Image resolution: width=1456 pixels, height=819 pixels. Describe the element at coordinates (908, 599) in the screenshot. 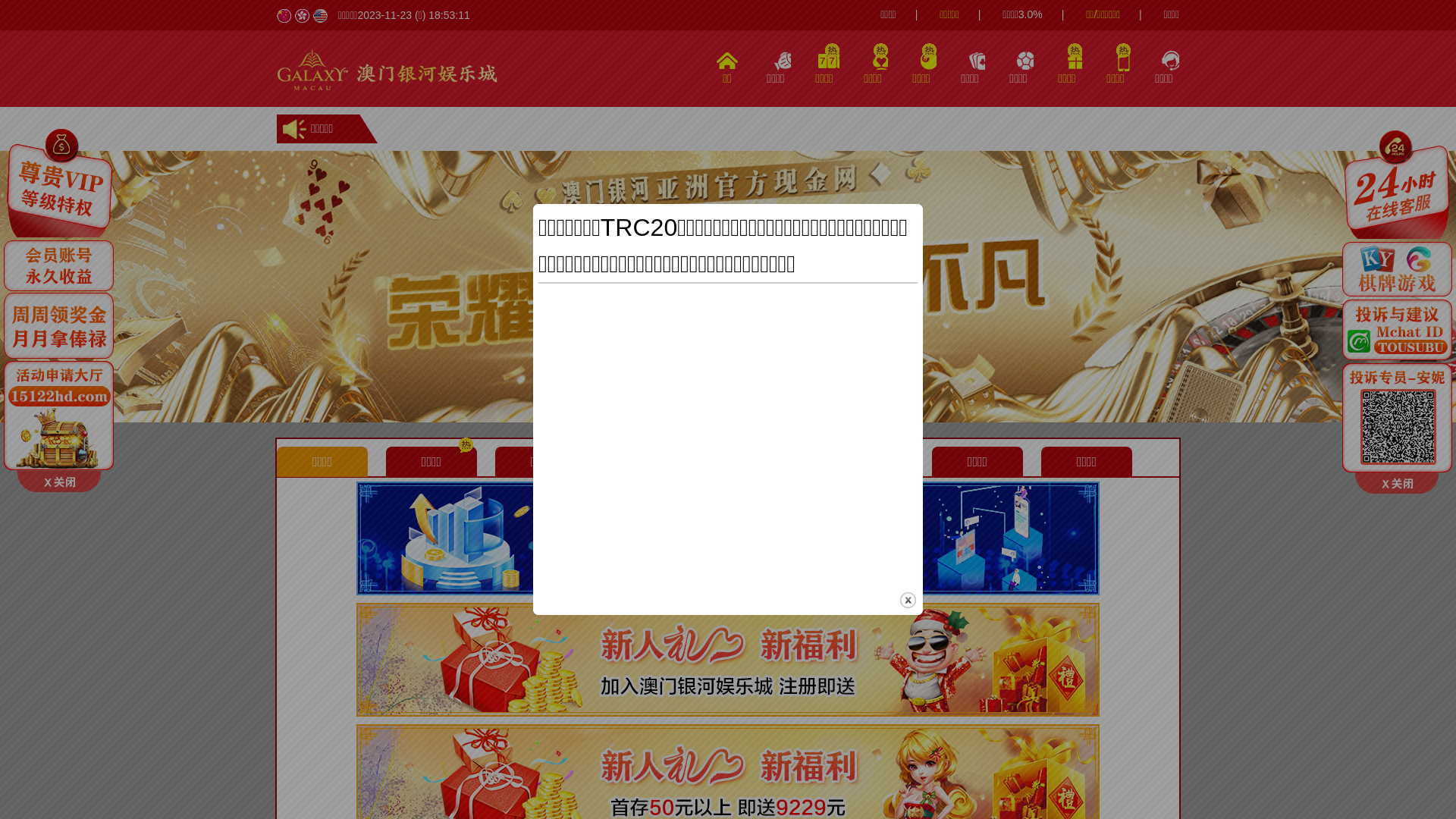

I see `'close'` at that location.